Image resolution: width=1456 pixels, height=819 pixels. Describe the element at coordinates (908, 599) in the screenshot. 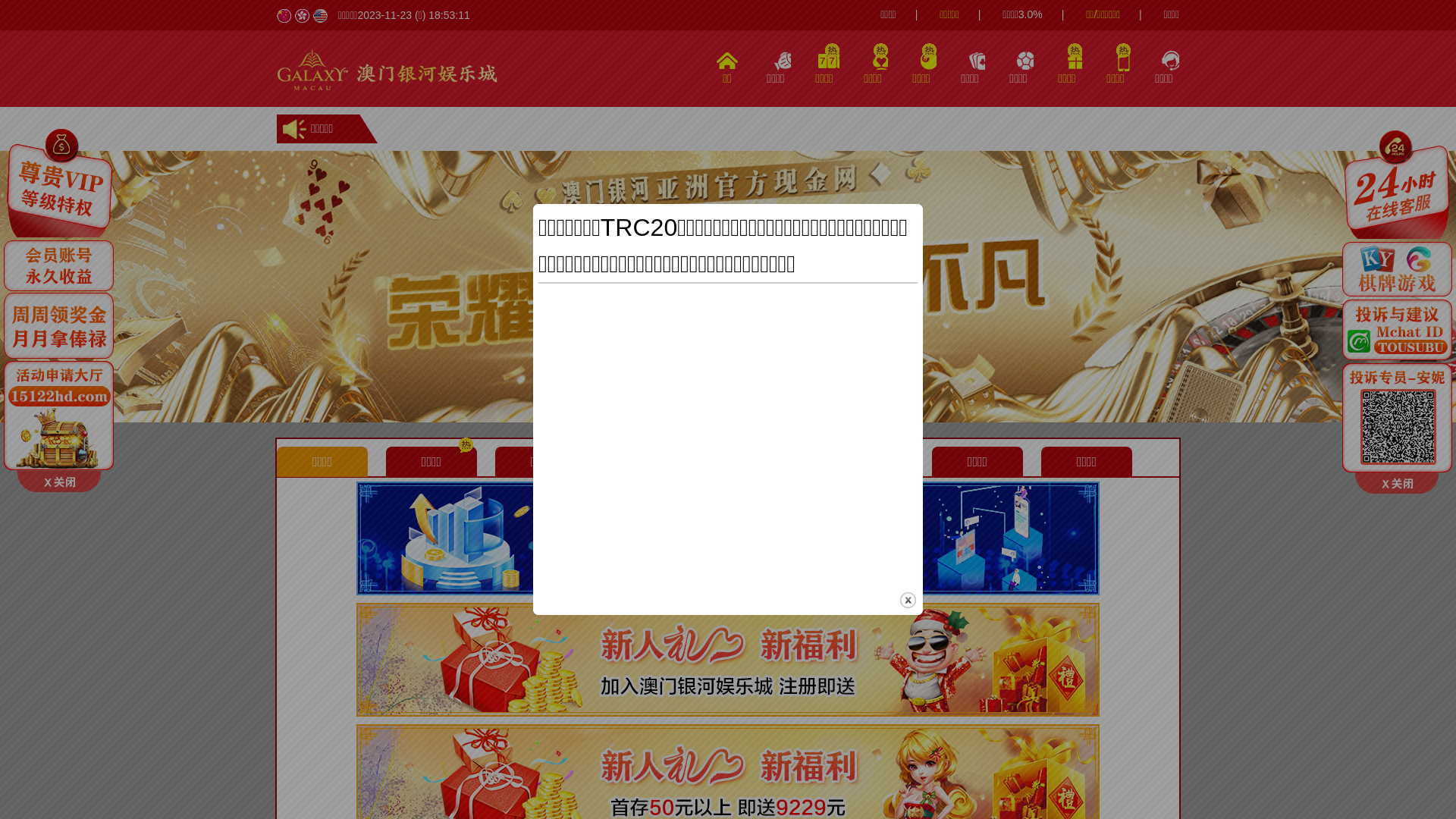

I see `'close'` at that location.